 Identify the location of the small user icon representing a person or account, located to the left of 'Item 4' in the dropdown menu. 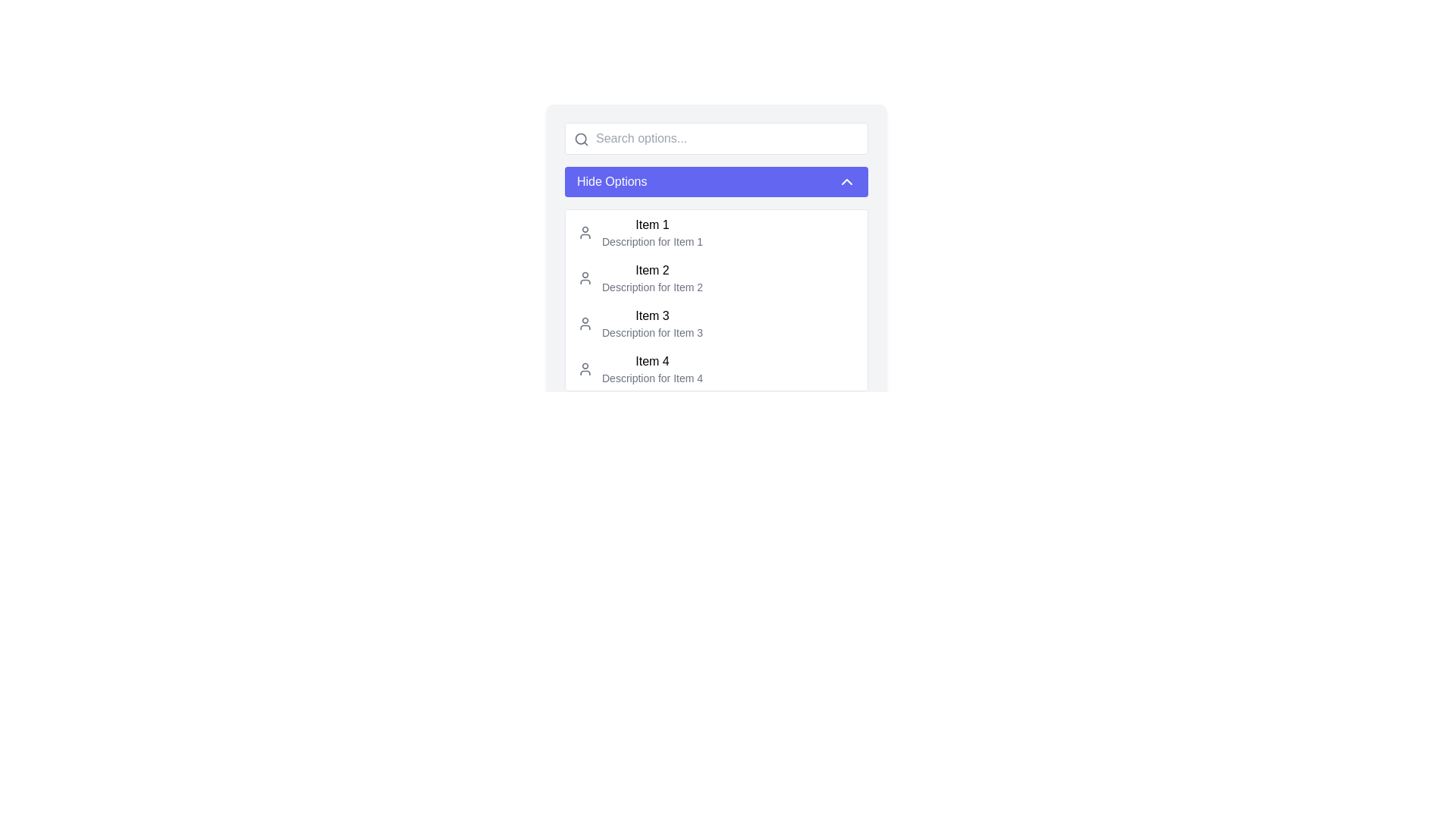
(585, 369).